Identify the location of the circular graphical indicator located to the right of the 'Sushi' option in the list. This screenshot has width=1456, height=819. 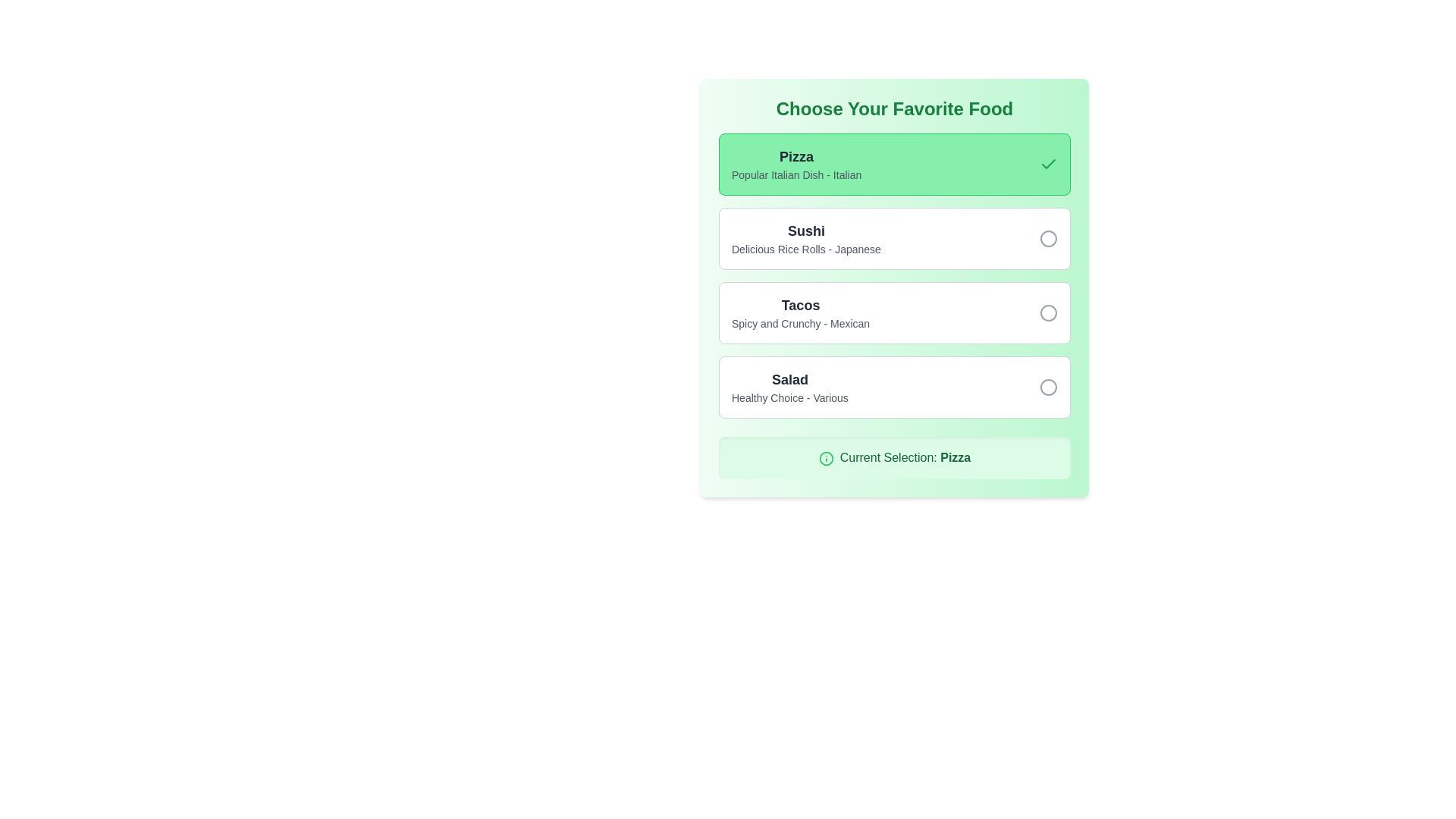
(1047, 239).